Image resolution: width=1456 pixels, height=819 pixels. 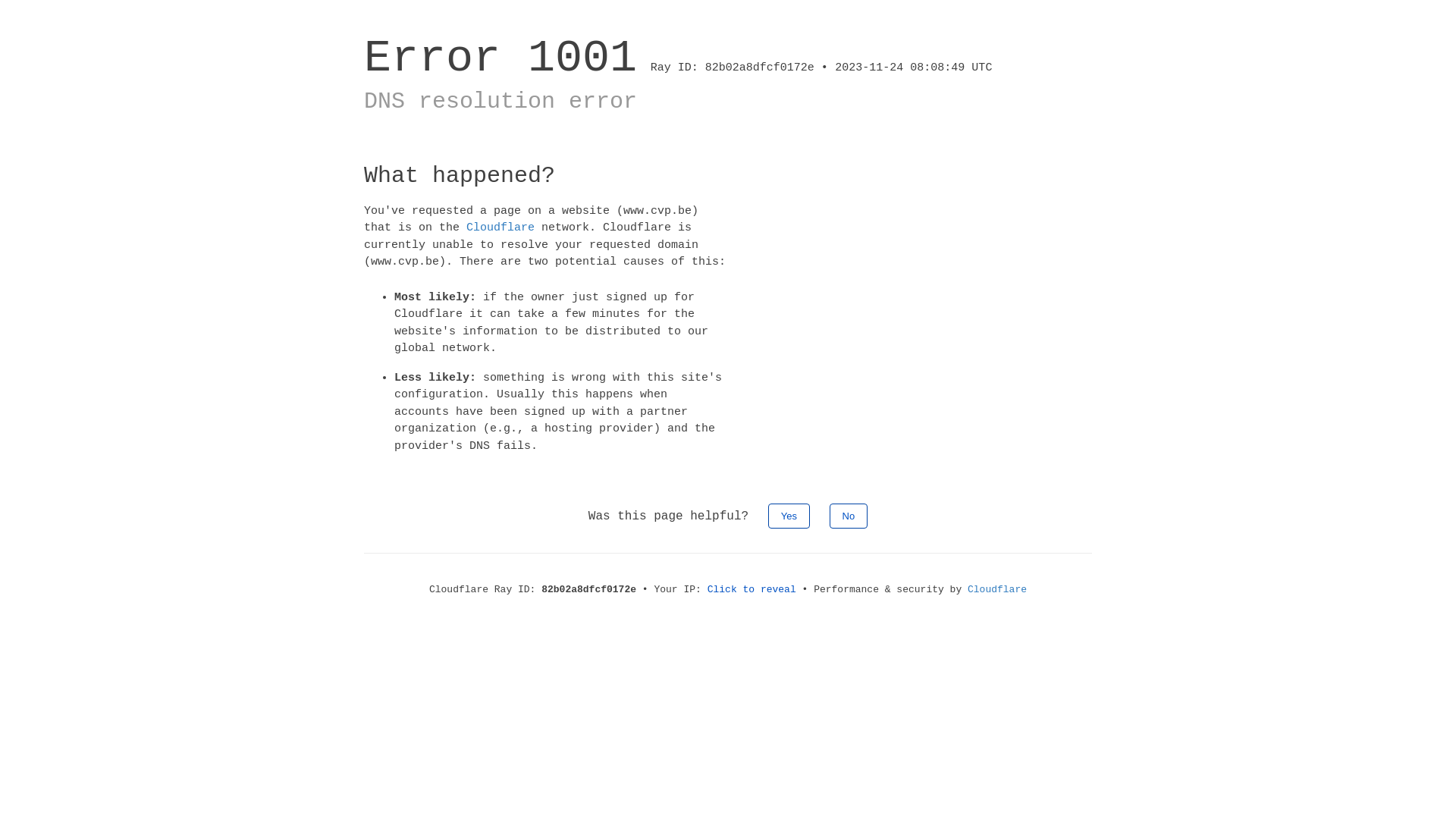 What do you see at coordinates (848, 515) in the screenshot?
I see `'No'` at bounding box center [848, 515].